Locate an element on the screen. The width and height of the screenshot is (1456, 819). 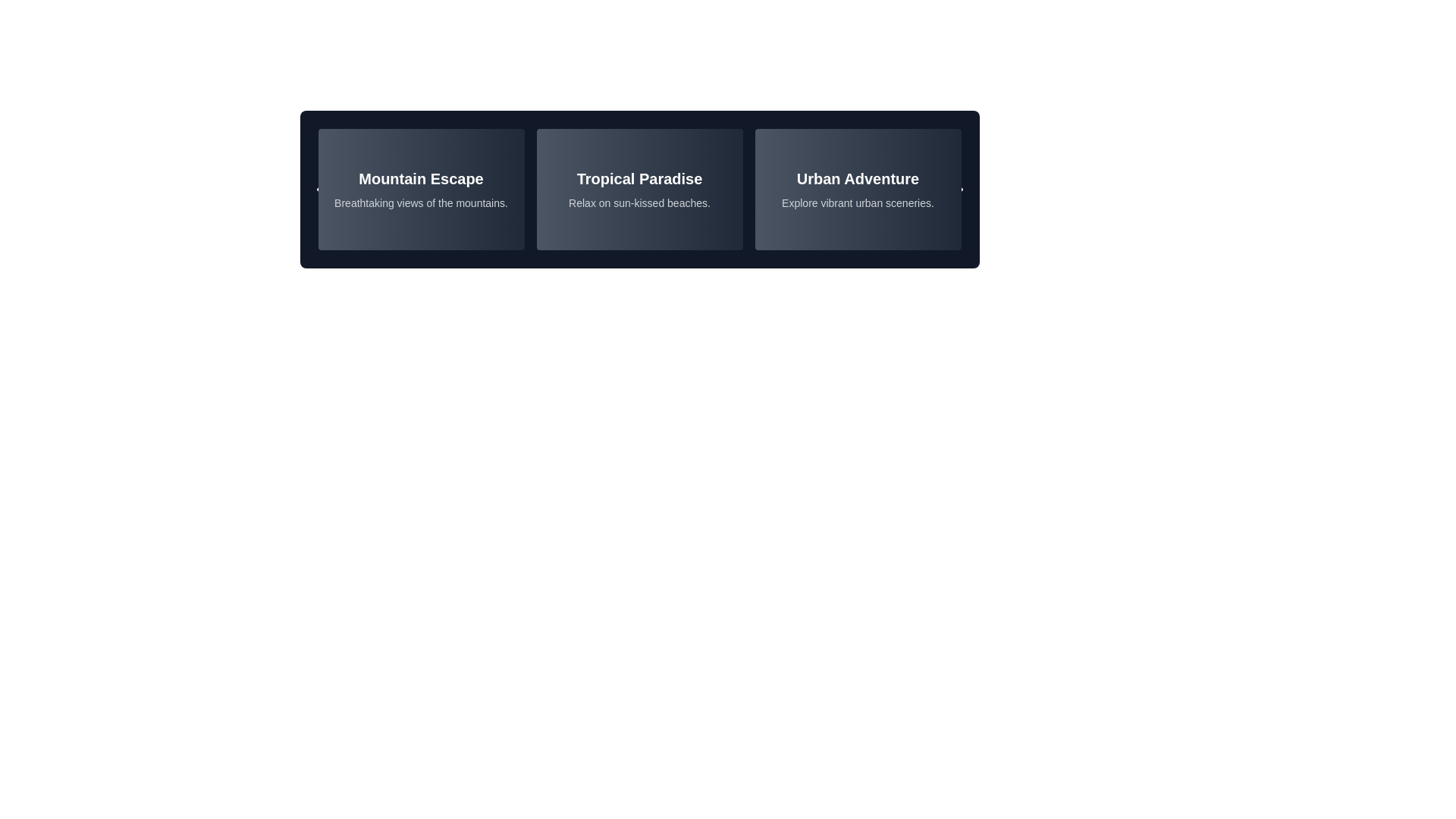
the text label that reads 'Breathtaking views of the mountains.' which is styled with a smaller font size and gray color, located below the title 'Mountain Escape' in the dark rectangular card is located at coordinates (421, 202).